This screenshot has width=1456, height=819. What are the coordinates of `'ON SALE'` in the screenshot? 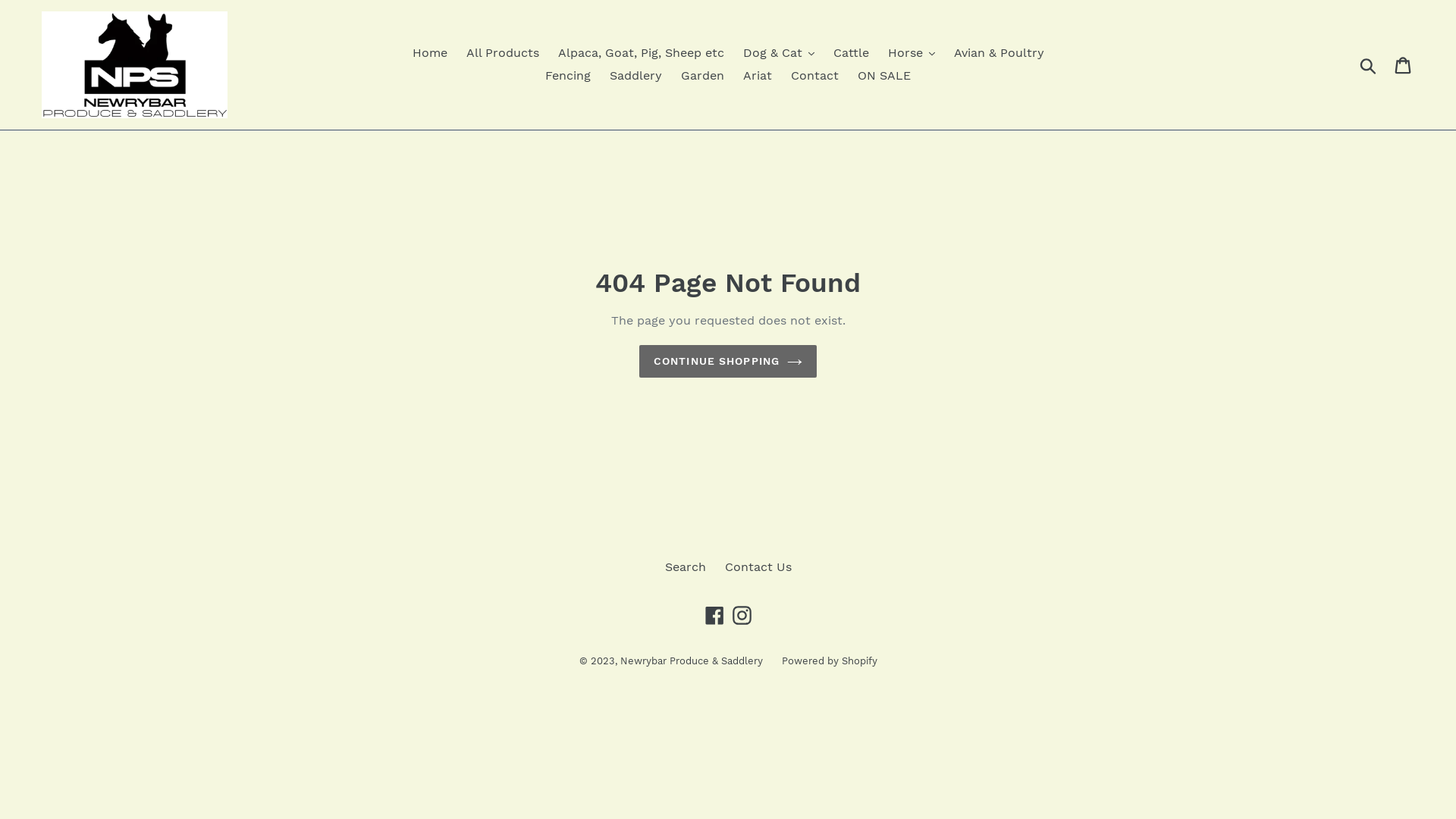 It's located at (884, 76).